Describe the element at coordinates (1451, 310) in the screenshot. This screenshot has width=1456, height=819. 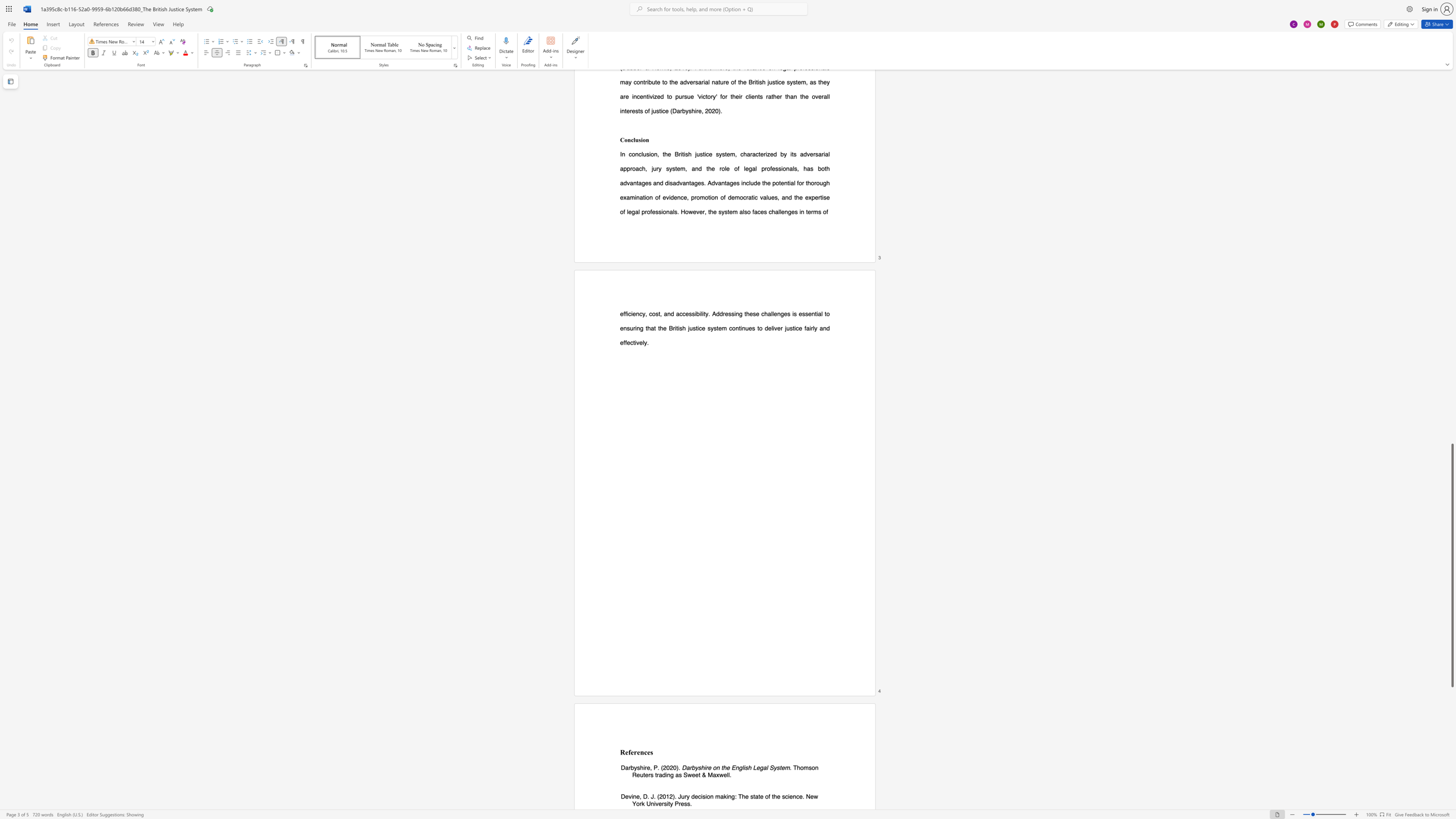
I see `the vertical scrollbar to raise the page content` at that location.